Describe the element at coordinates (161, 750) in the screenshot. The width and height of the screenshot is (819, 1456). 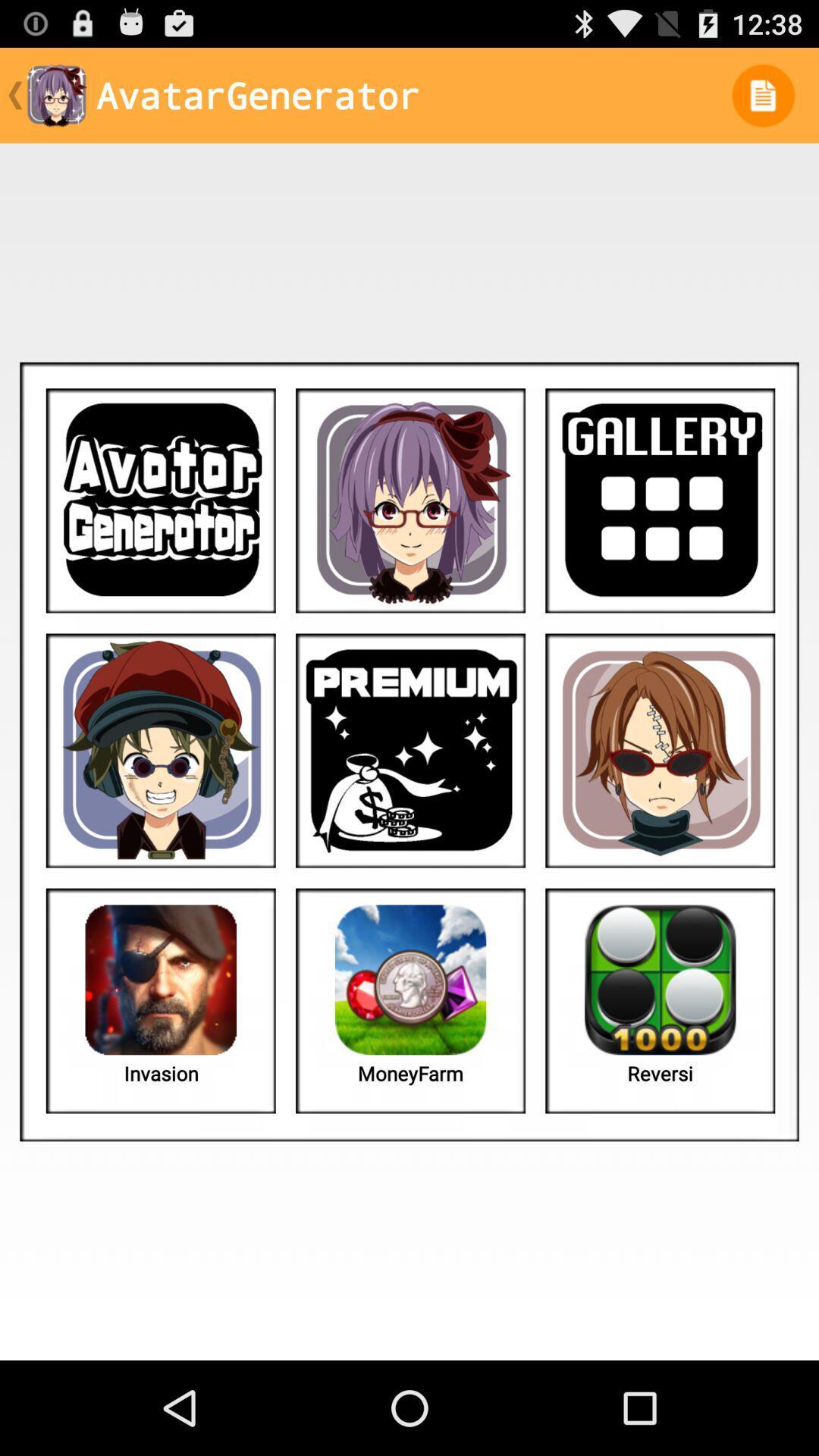
I see `content picture` at that location.